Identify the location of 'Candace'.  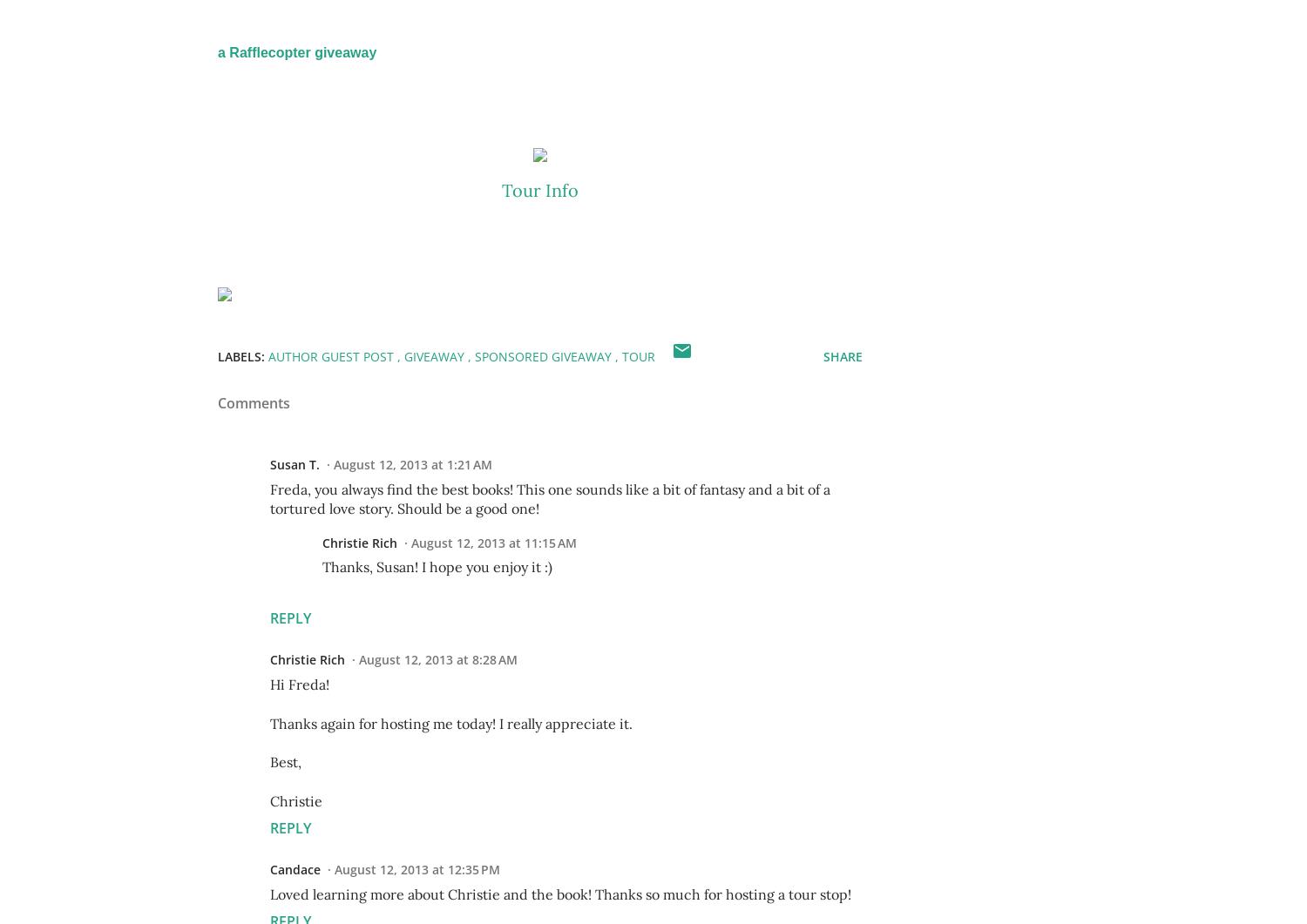
(295, 868).